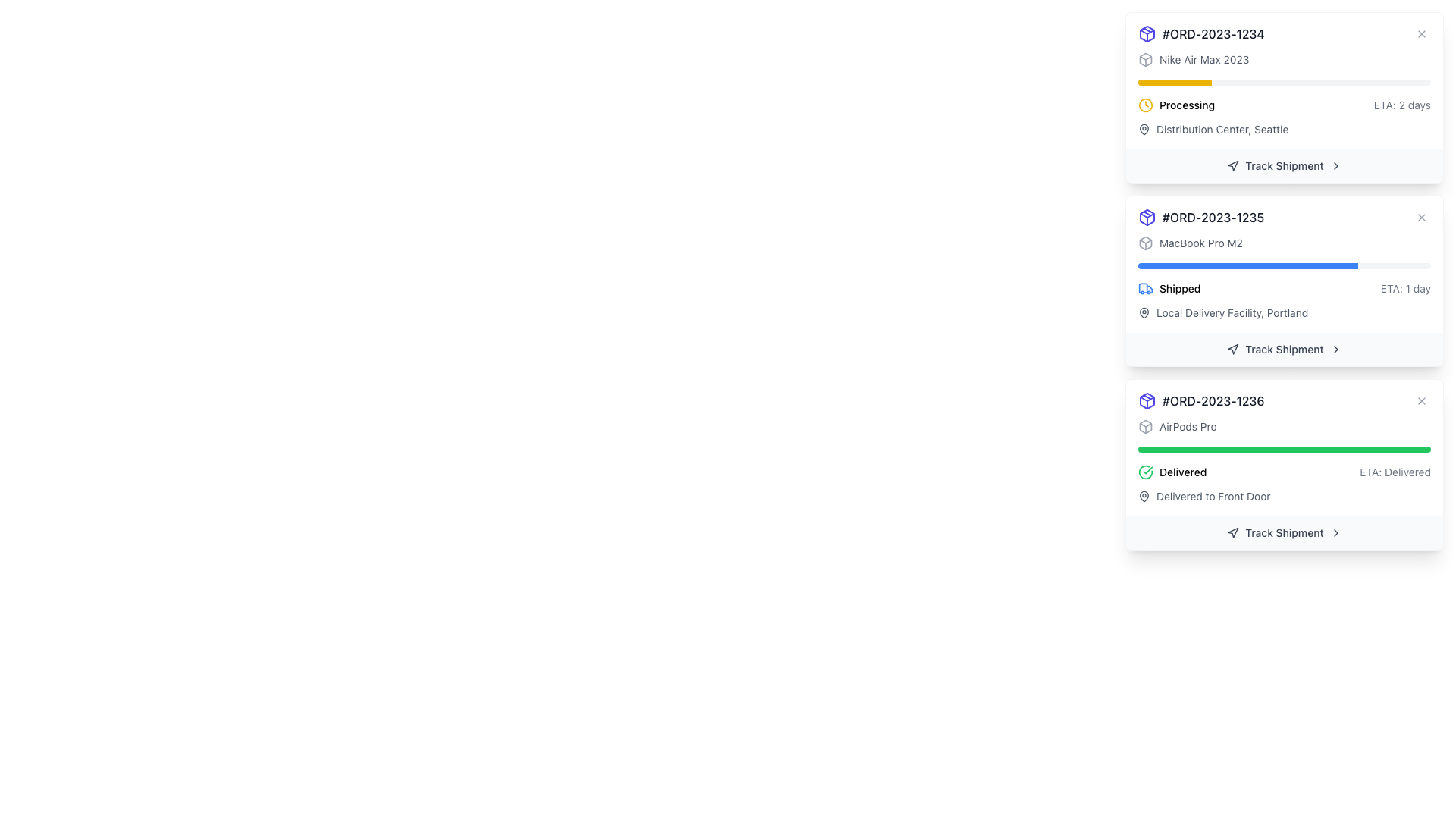  Describe the element at coordinates (1200, 242) in the screenshot. I see `the static text label displaying 'MacBook Pro M2', which is styled in gray and part of a shipment detail card, located above a progress bar and to the right of an icon` at that location.